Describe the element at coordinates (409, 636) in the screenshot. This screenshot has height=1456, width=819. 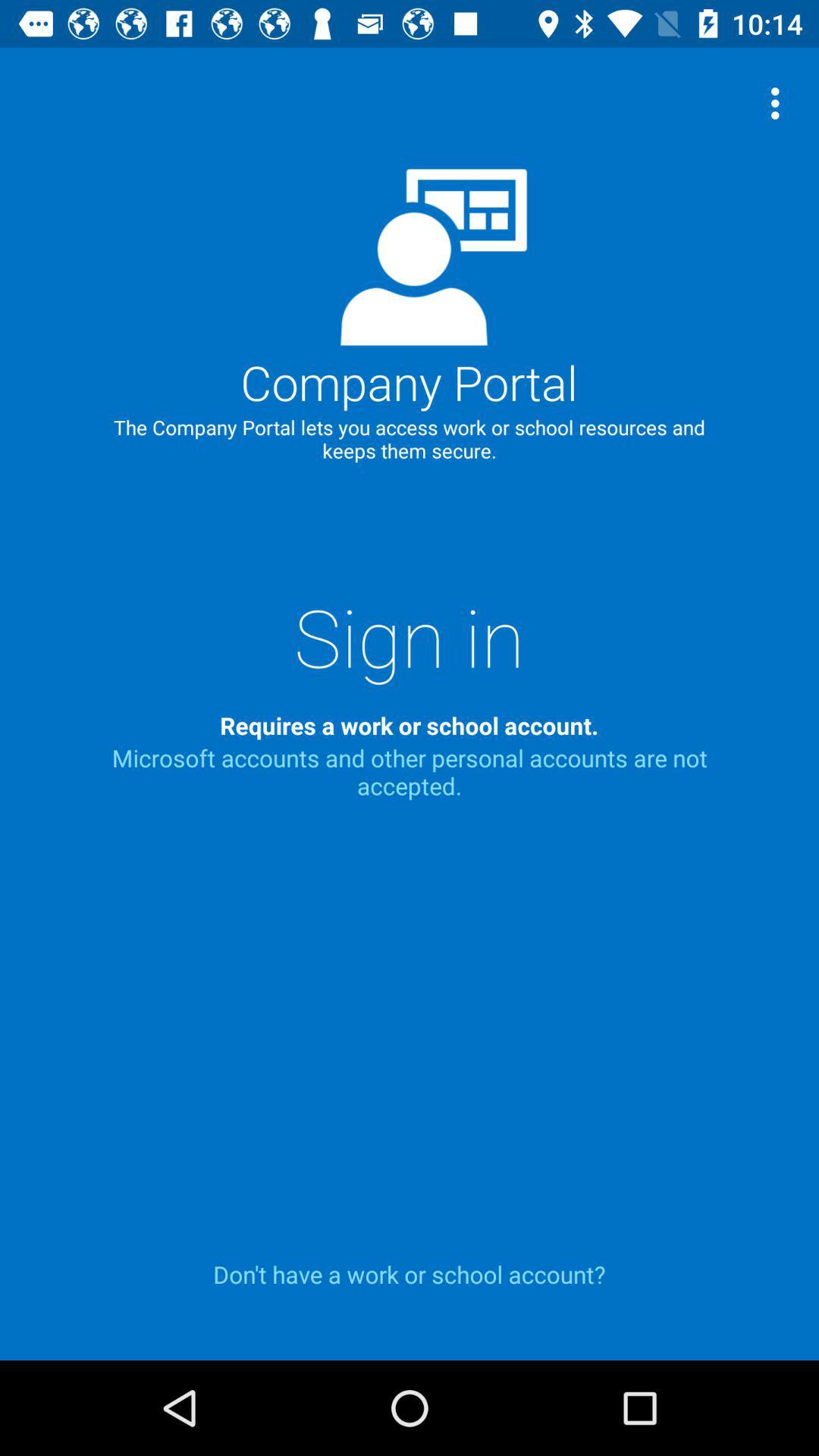
I see `icon below the company portal icon` at that location.